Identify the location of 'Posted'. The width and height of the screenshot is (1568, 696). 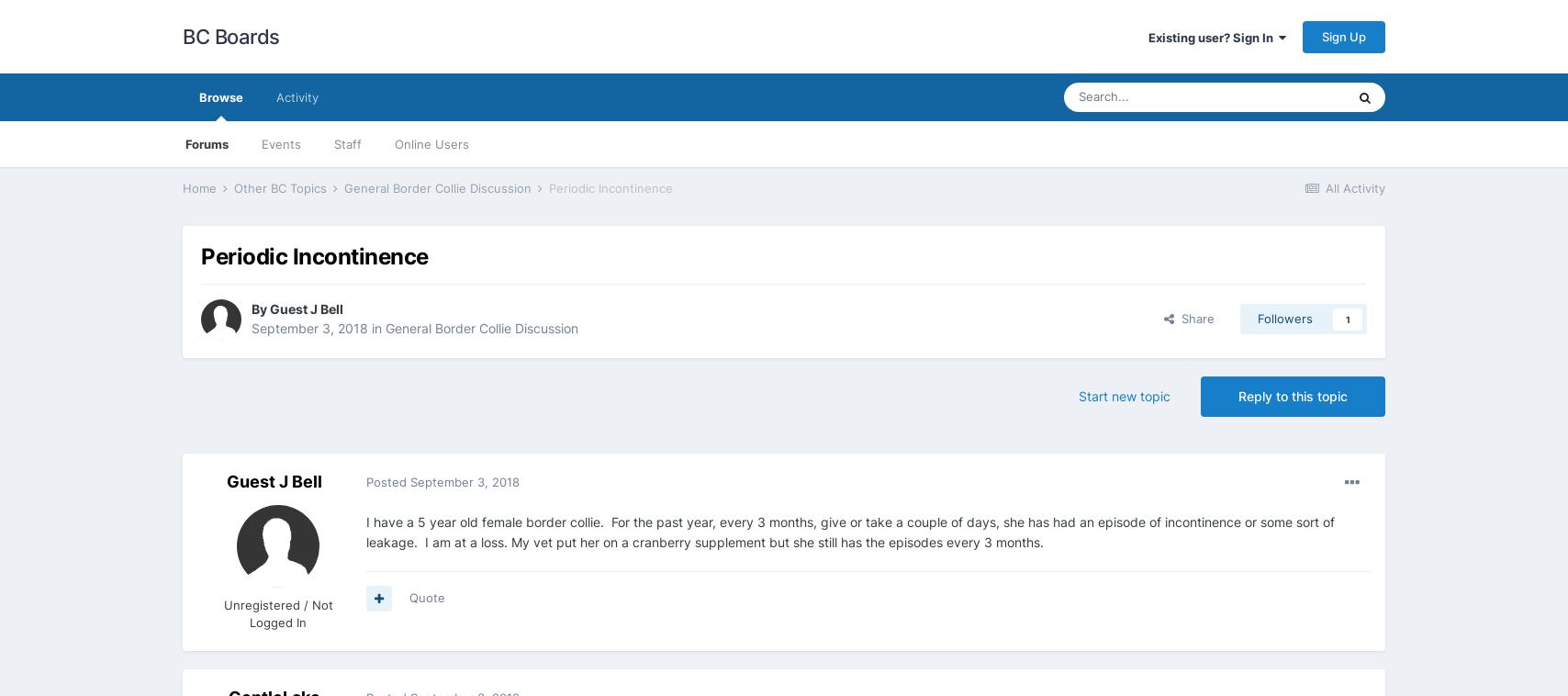
(388, 480).